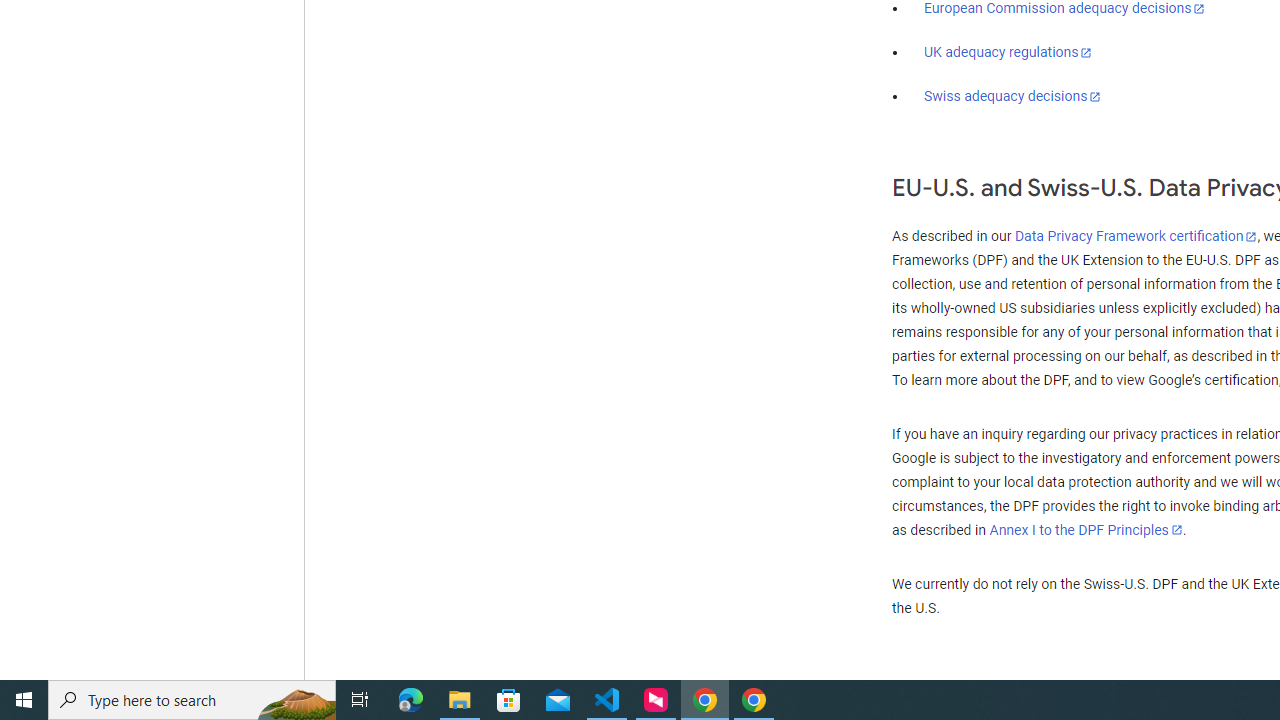 The image size is (1280, 720). I want to click on 'European Commission adequacy decisions', so click(1063, 9).